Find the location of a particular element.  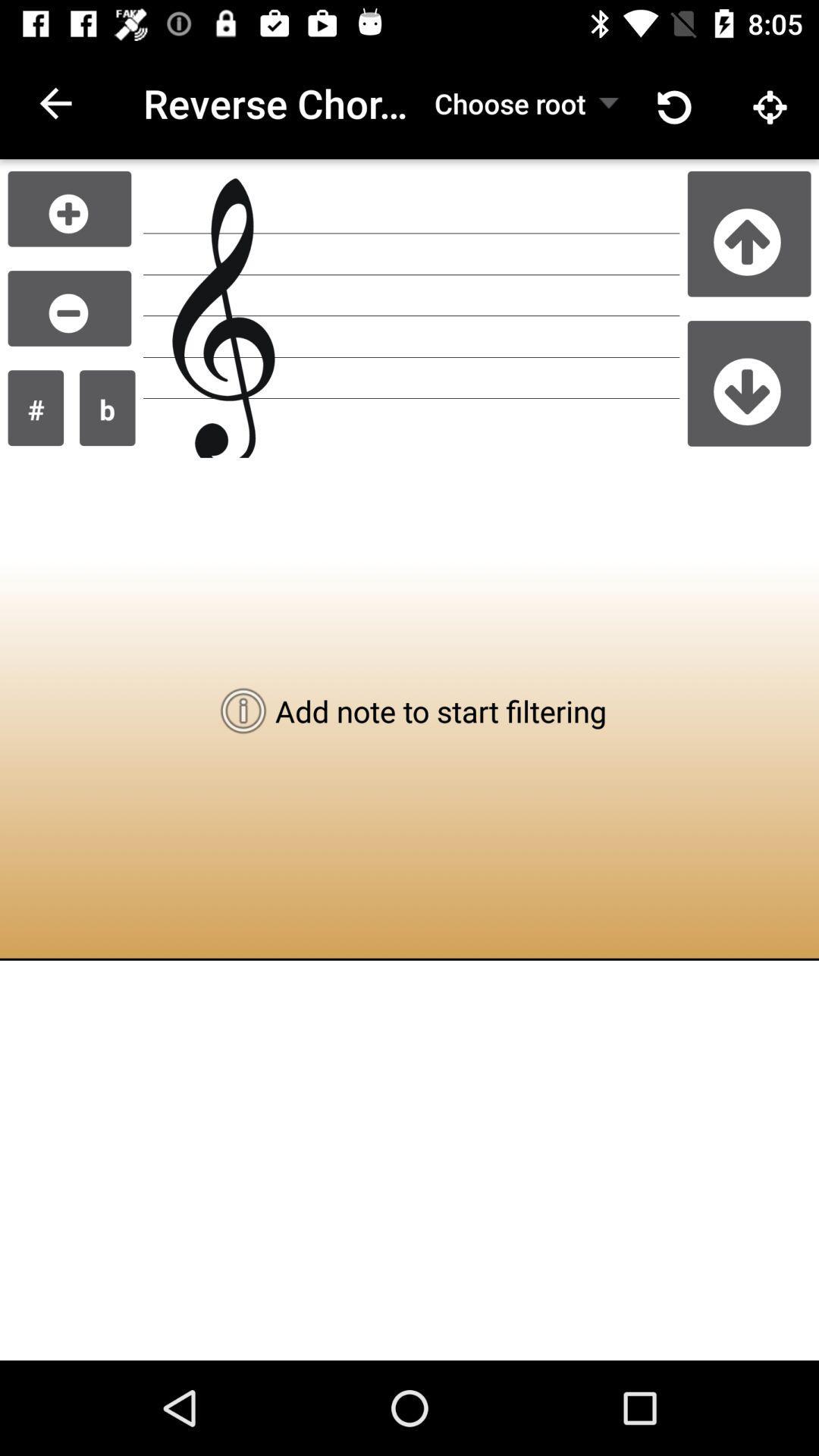

go down is located at coordinates (748, 383).